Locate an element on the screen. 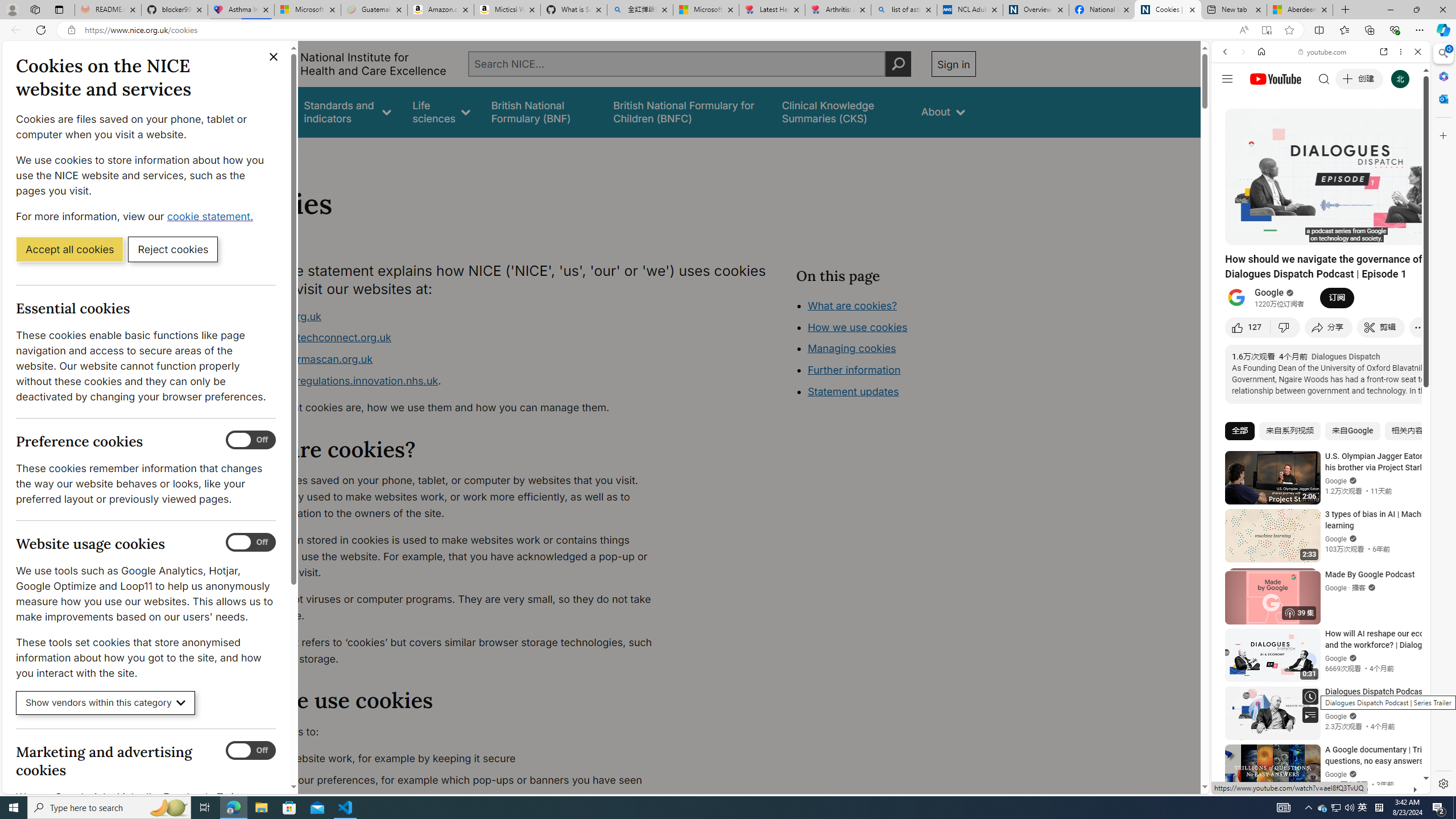 This screenshot has width=1456, height=819. 'Website usage cookies' is located at coordinates (250, 542).